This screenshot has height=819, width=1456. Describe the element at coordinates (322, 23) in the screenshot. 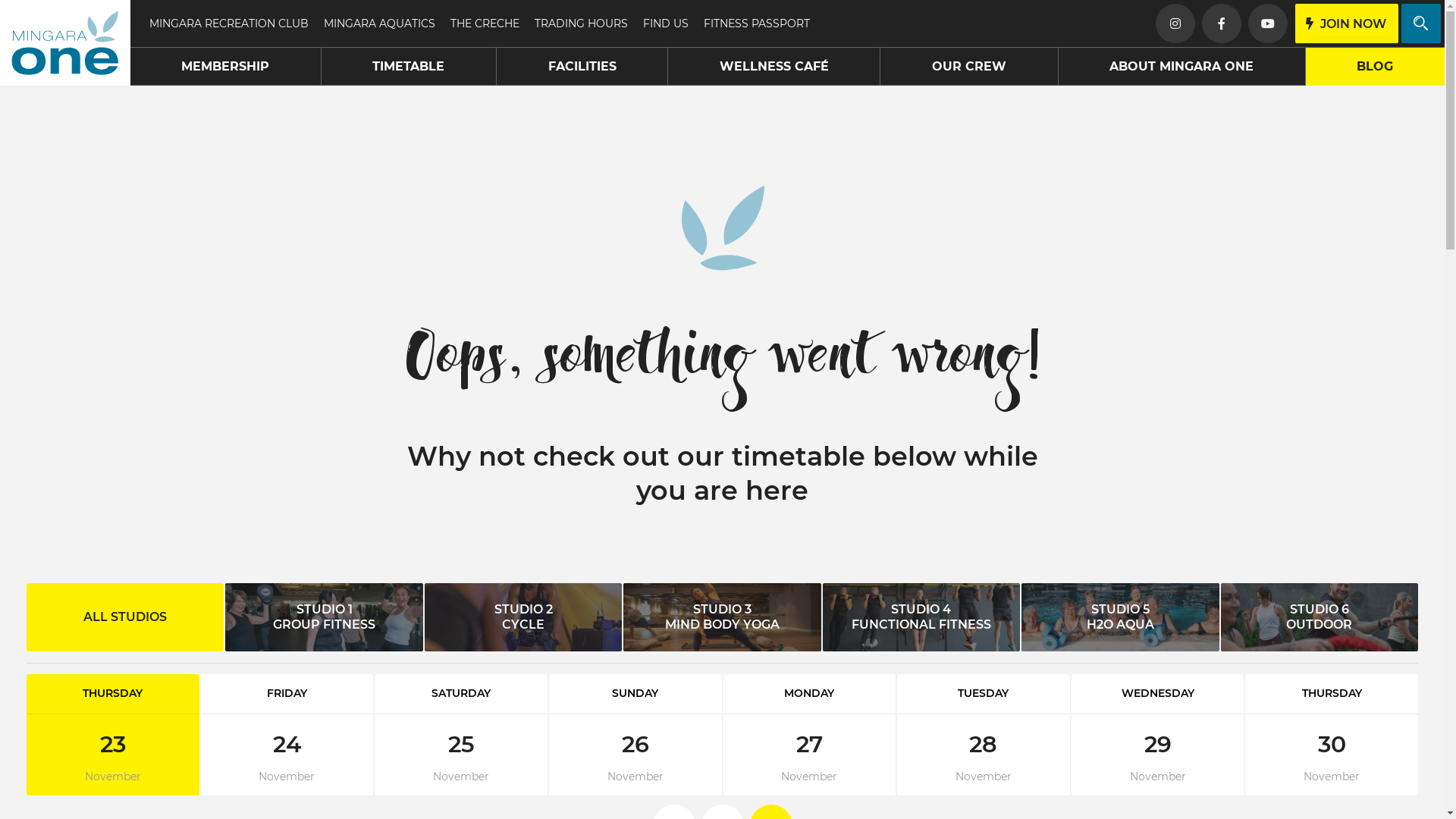

I see `'MINGARA AQUATICS'` at that location.